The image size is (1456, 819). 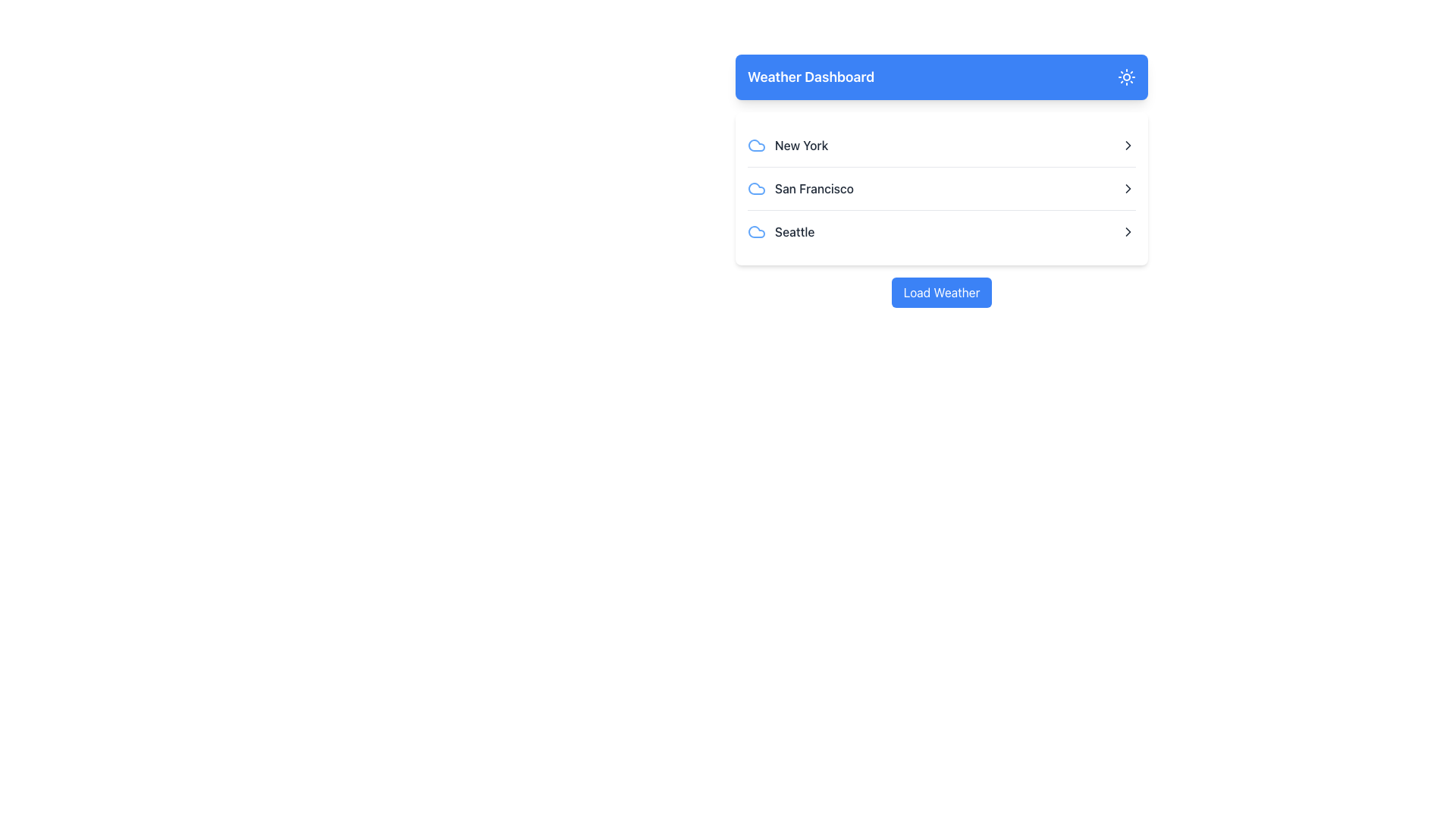 What do you see at coordinates (941, 146) in the screenshot?
I see `the first row of the selectable list item for 'New York' under the 'Weather Dashboard'` at bounding box center [941, 146].